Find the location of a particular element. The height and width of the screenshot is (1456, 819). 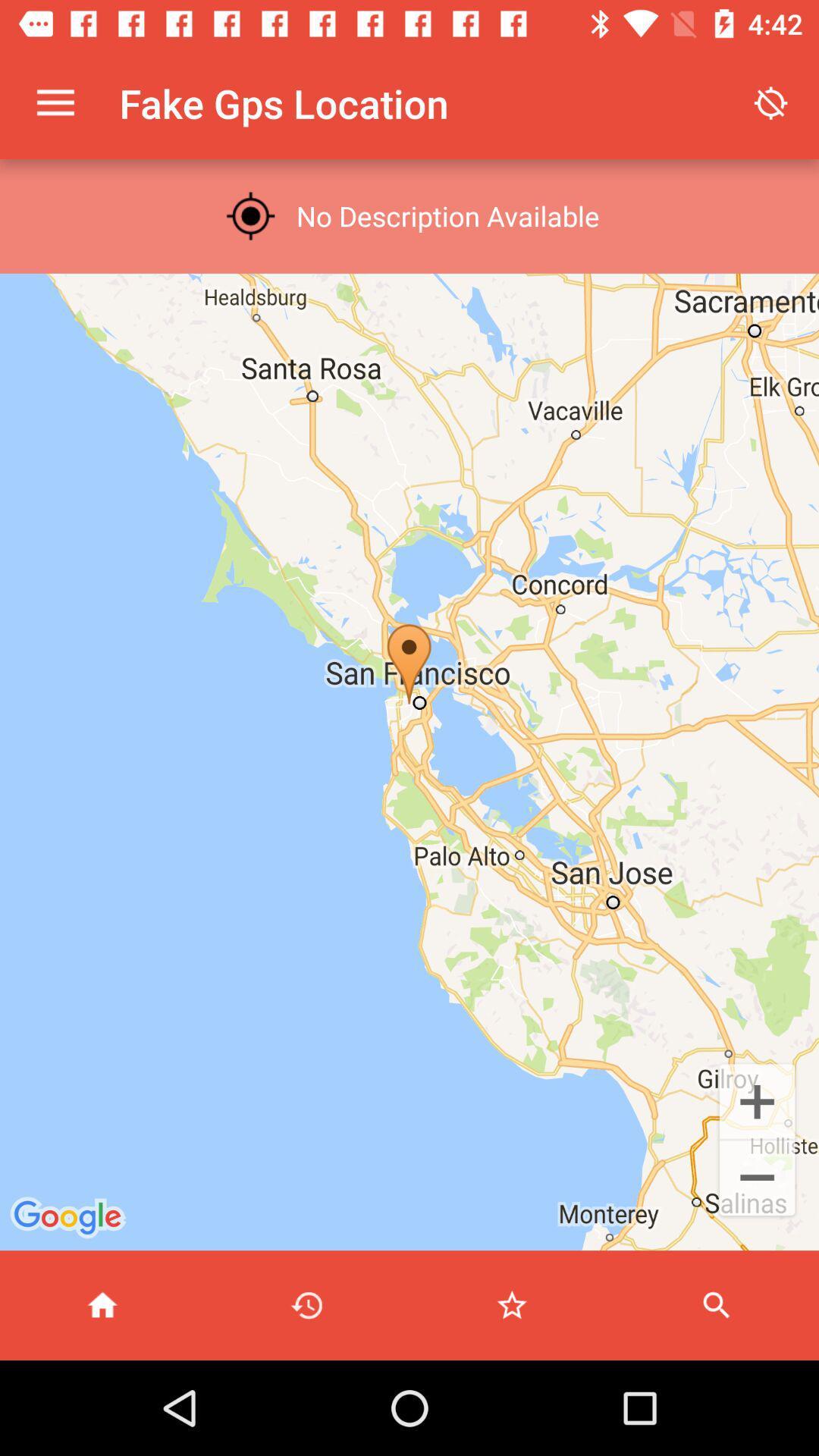

home screen is located at coordinates (102, 1304).